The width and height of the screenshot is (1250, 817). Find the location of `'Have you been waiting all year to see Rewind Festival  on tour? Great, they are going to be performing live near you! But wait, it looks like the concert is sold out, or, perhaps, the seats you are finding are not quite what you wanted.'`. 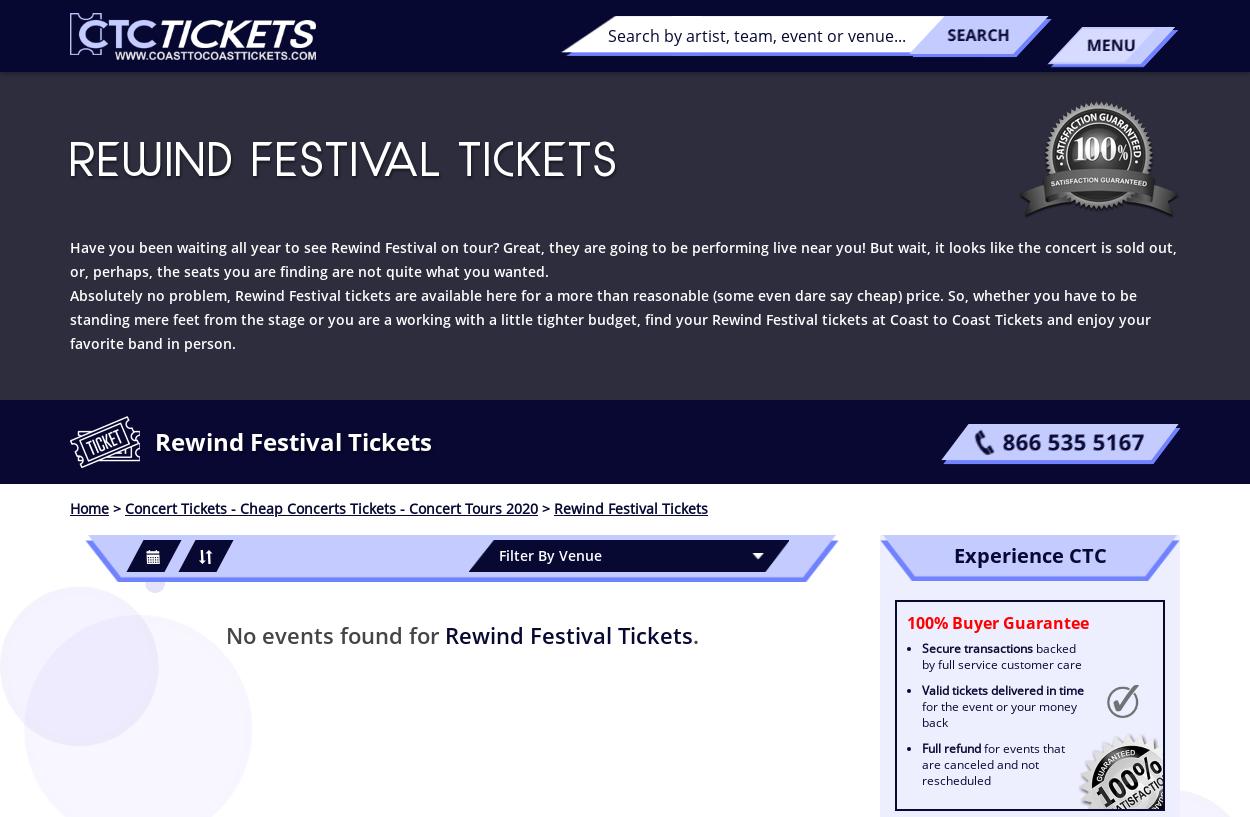

'Have you been waiting all year to see Rewind Festival  on tour? Great, they are going to be performing live near you! But wait, it looks like the concert is sold out, or, perhaps, the seats you are finding are not quite what you wanted.' is located at coordinates (622, 259).